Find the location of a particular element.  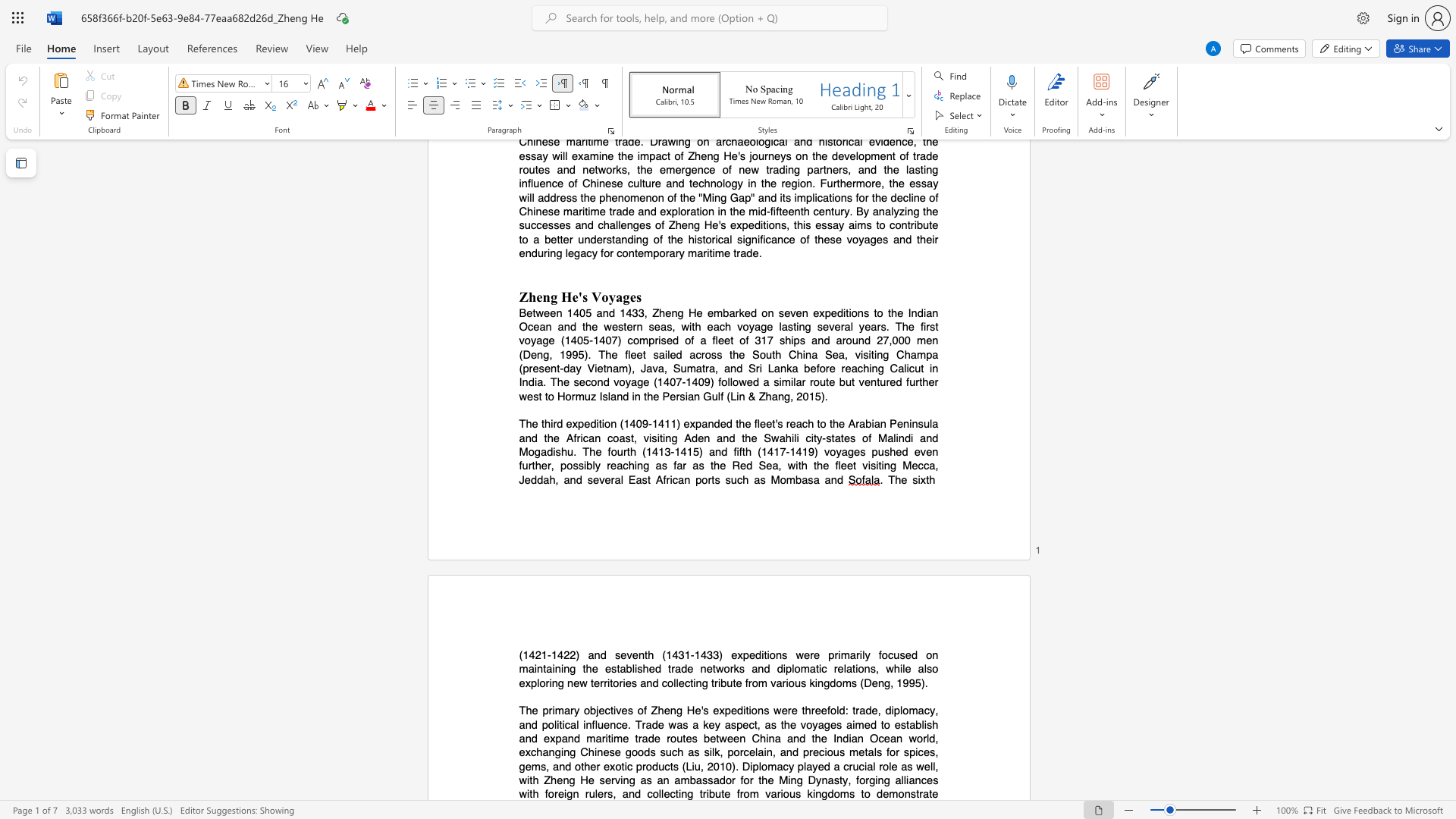

the subset text "ods such as silk, porcelain, and precious metals for spices, gems, and other exotic products (Liu, 2010). Diplomacy played a crucial role as well, with Zheng He serving as an ambassador for the Ming Dynasty, forging alliances with foreign rulers, and collecting tribute from various" within the text "and expand maritime trade routes between China and the Indian Ocean world, exchanging Chinese goods such as silk, porcelain, and precious metals for spices, gems, and other exotic products (Liu, 2010). Diplomacy played a crucial role as well, with Zheng He serving as an ambassador for the Ming Dynasty, forging alliances with foreign rulers, and collecting tribute from various kingdoms to" is located at coordinates (638, 752).